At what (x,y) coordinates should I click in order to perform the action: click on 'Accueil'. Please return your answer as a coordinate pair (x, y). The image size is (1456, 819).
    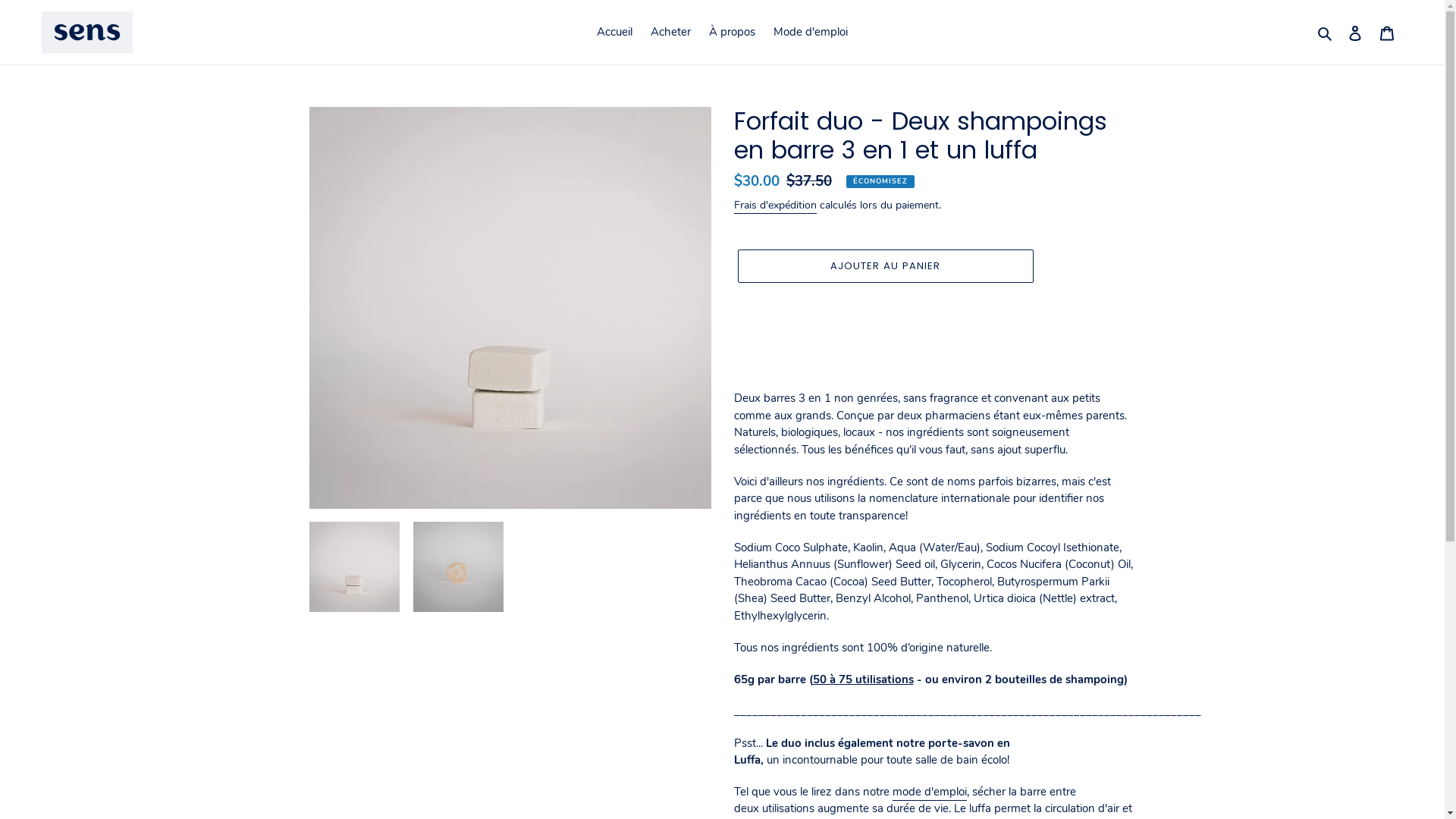
    Looking at the image, I should click on (614, 32).